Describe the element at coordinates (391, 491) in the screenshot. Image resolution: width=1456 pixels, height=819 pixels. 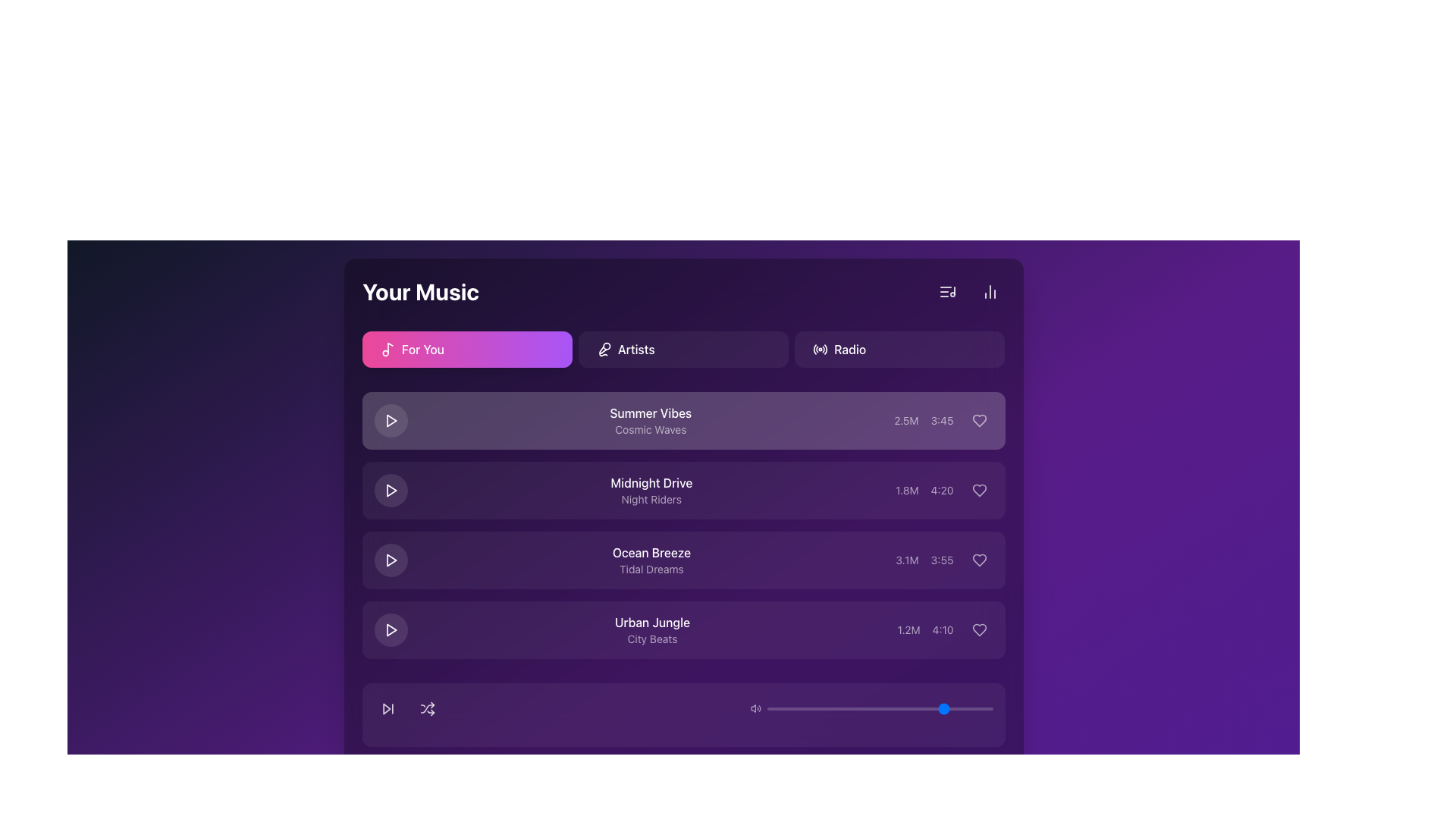
I see `the triangular play button icon for the 'Midnight Drive' song, which is outlined in white on a dark purple background, to play the associated song` at that location.